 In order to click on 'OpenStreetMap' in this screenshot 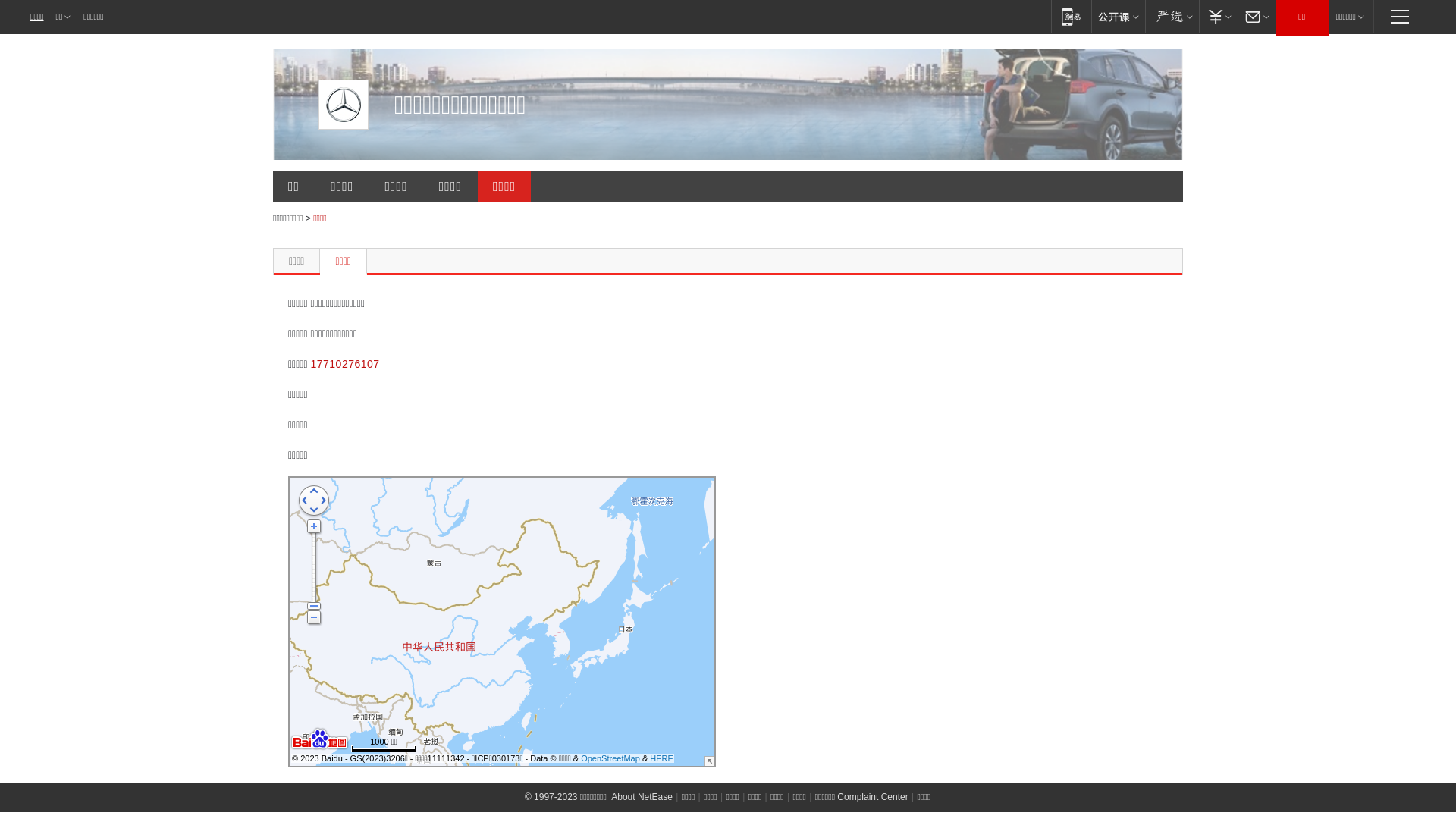, I will do `click(610, 758)`.